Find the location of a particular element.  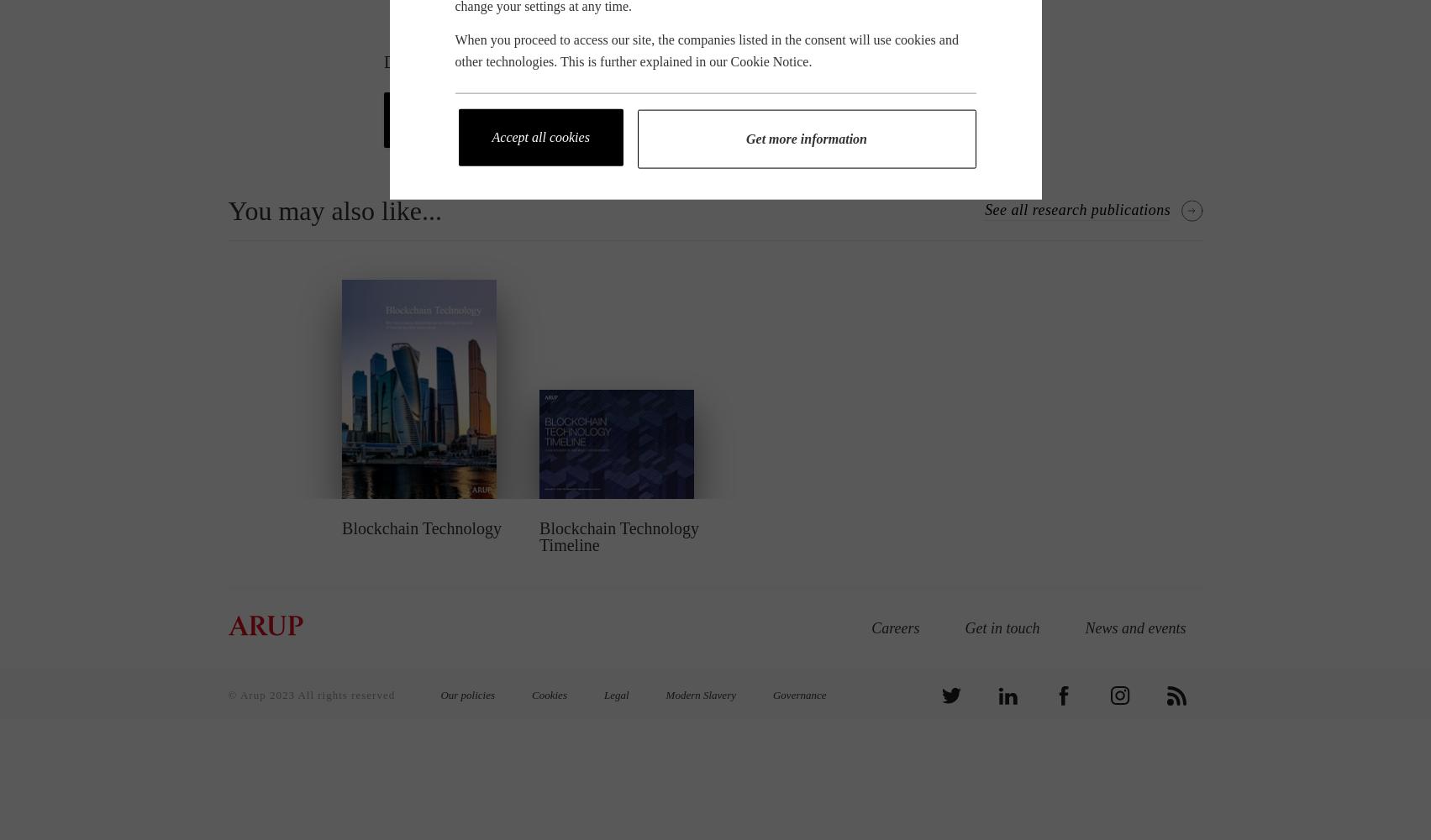

'Careers' is located at coordinates (895, 627).